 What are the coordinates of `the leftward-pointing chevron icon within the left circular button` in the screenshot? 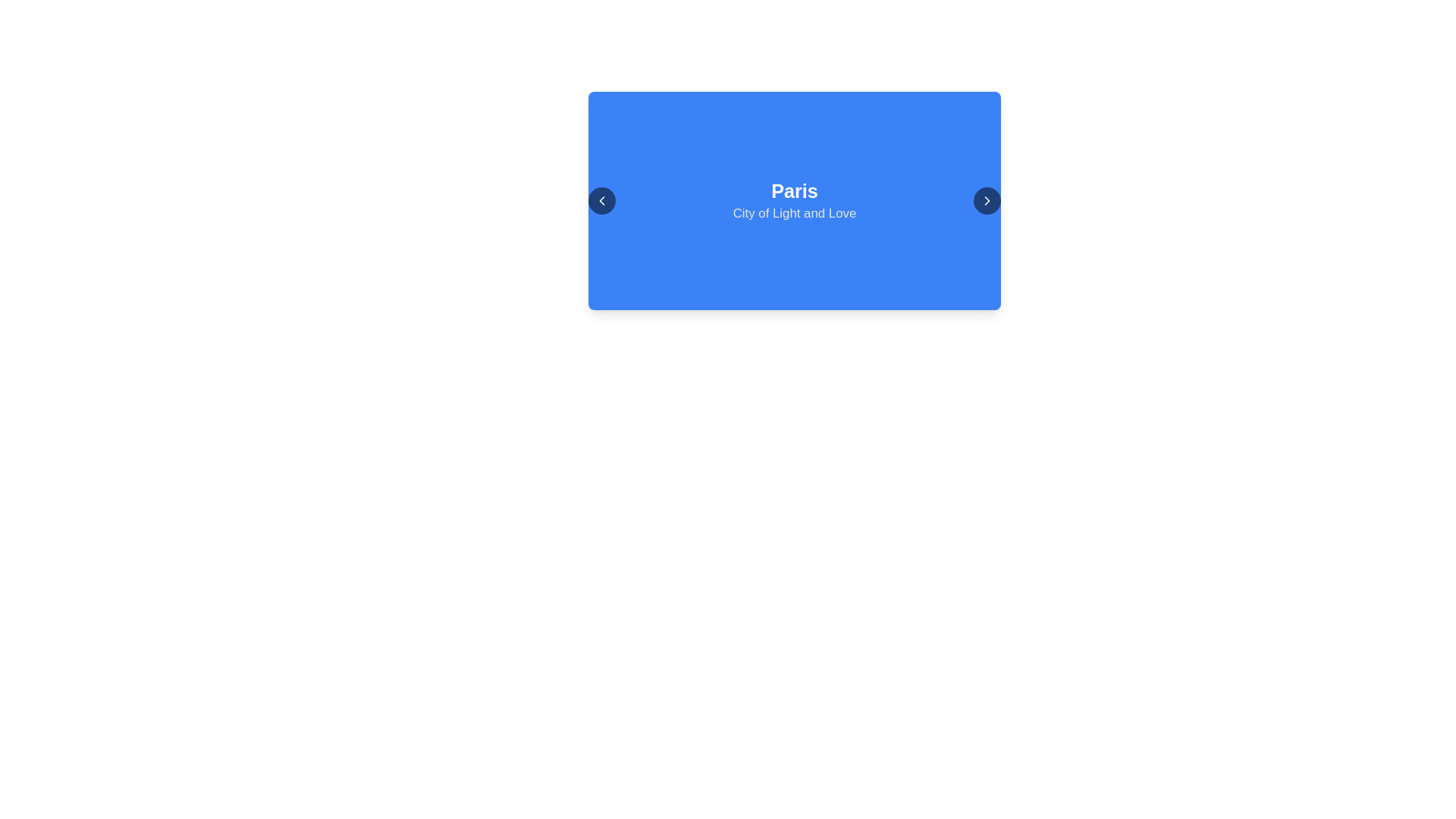 It's located at (601, 200).